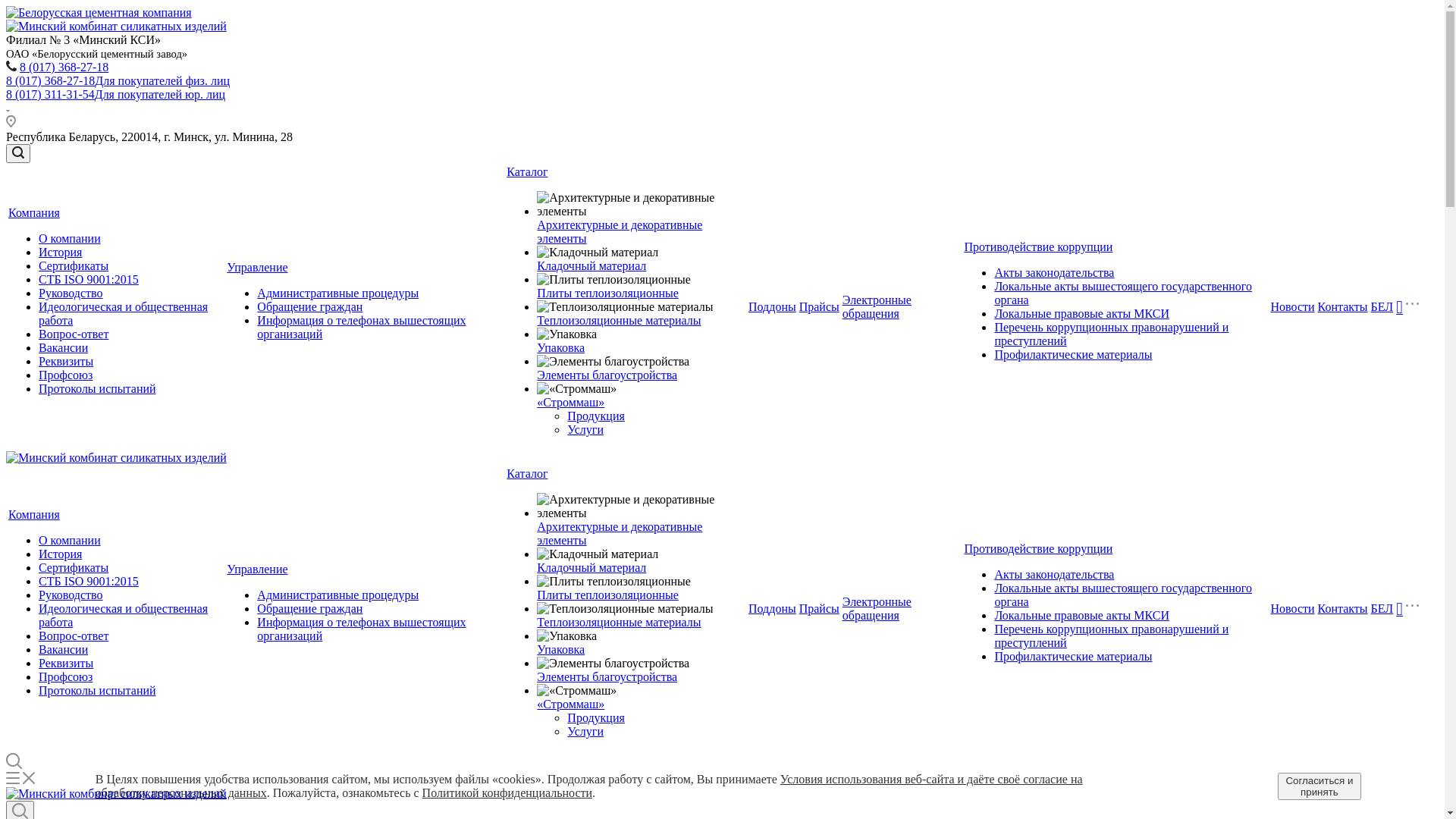 The height and width of the screenshot is (819, 1456). I want to click on '8 (017) 368-27-18', so click(19, 66).